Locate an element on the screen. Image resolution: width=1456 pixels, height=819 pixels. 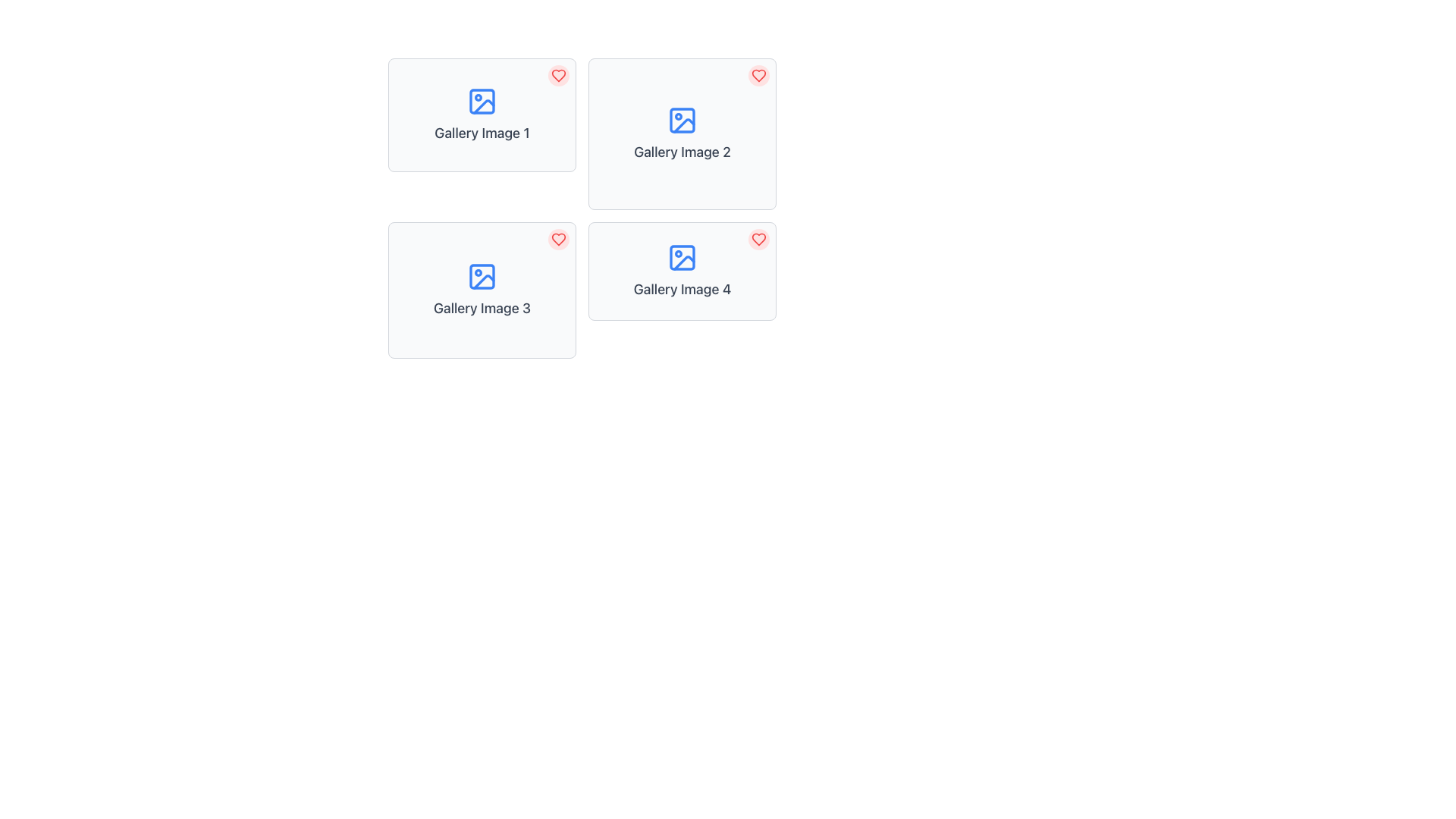
the heart icon located in the top-right corner of the 'Gallery Image 1' card is located at coordinates (558, 76).